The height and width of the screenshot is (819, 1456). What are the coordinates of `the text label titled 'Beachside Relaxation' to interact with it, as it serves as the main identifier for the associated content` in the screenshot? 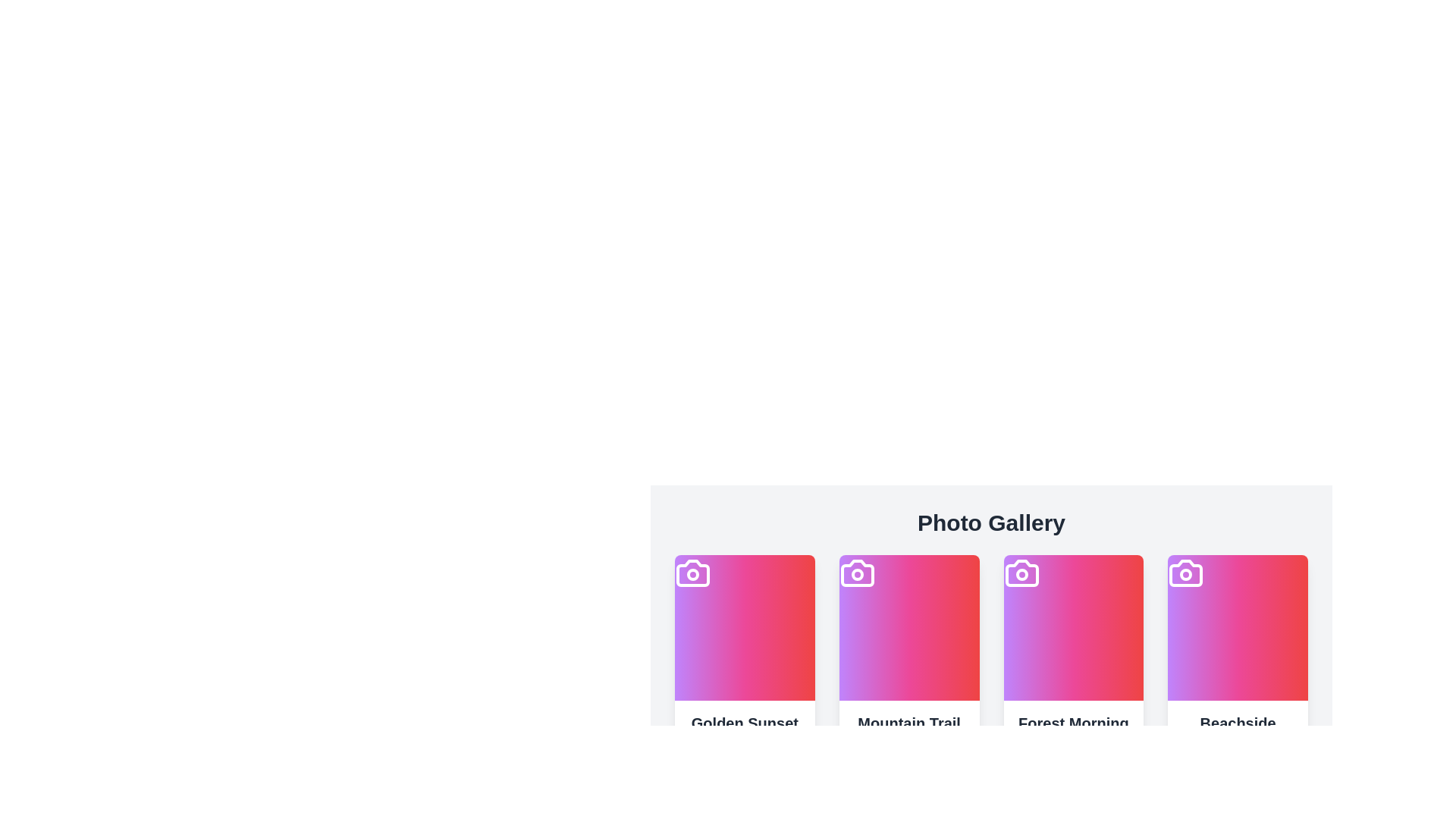 It's located at (1238, 733).